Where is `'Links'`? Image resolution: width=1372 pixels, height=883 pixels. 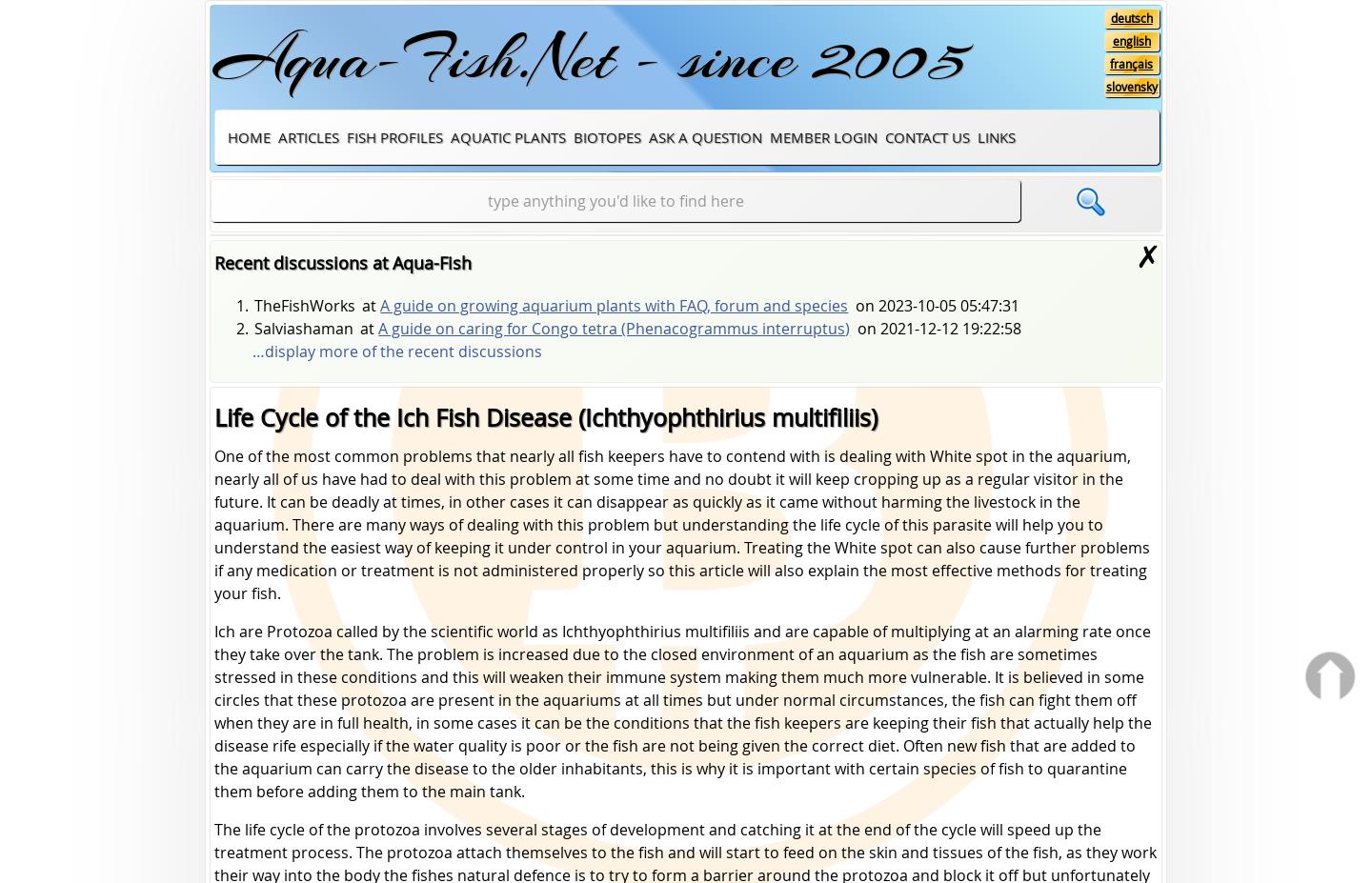 'Links' is located at coordinates (997, 135).